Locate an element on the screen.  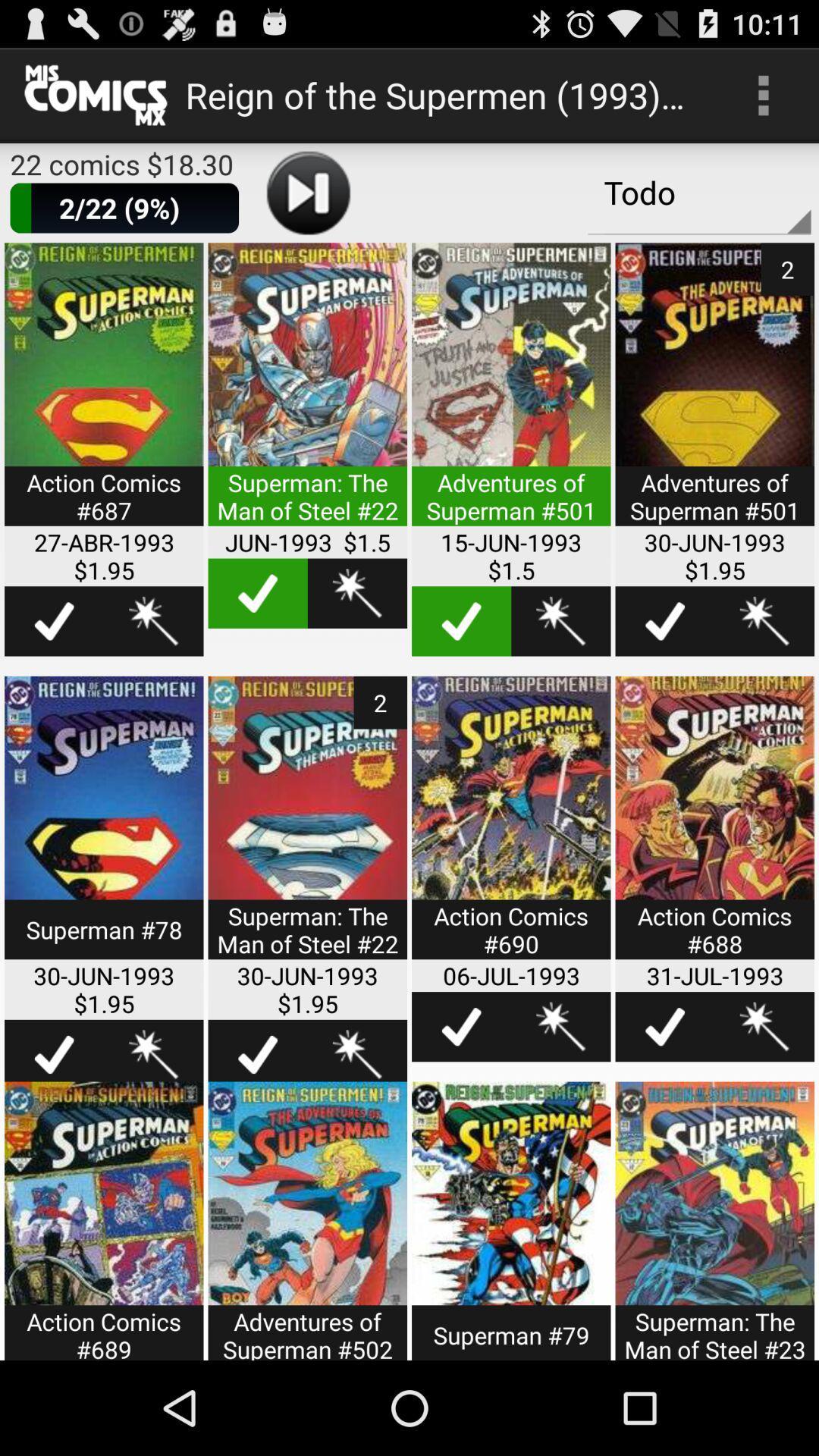
options is located at coordinates (764, 621).